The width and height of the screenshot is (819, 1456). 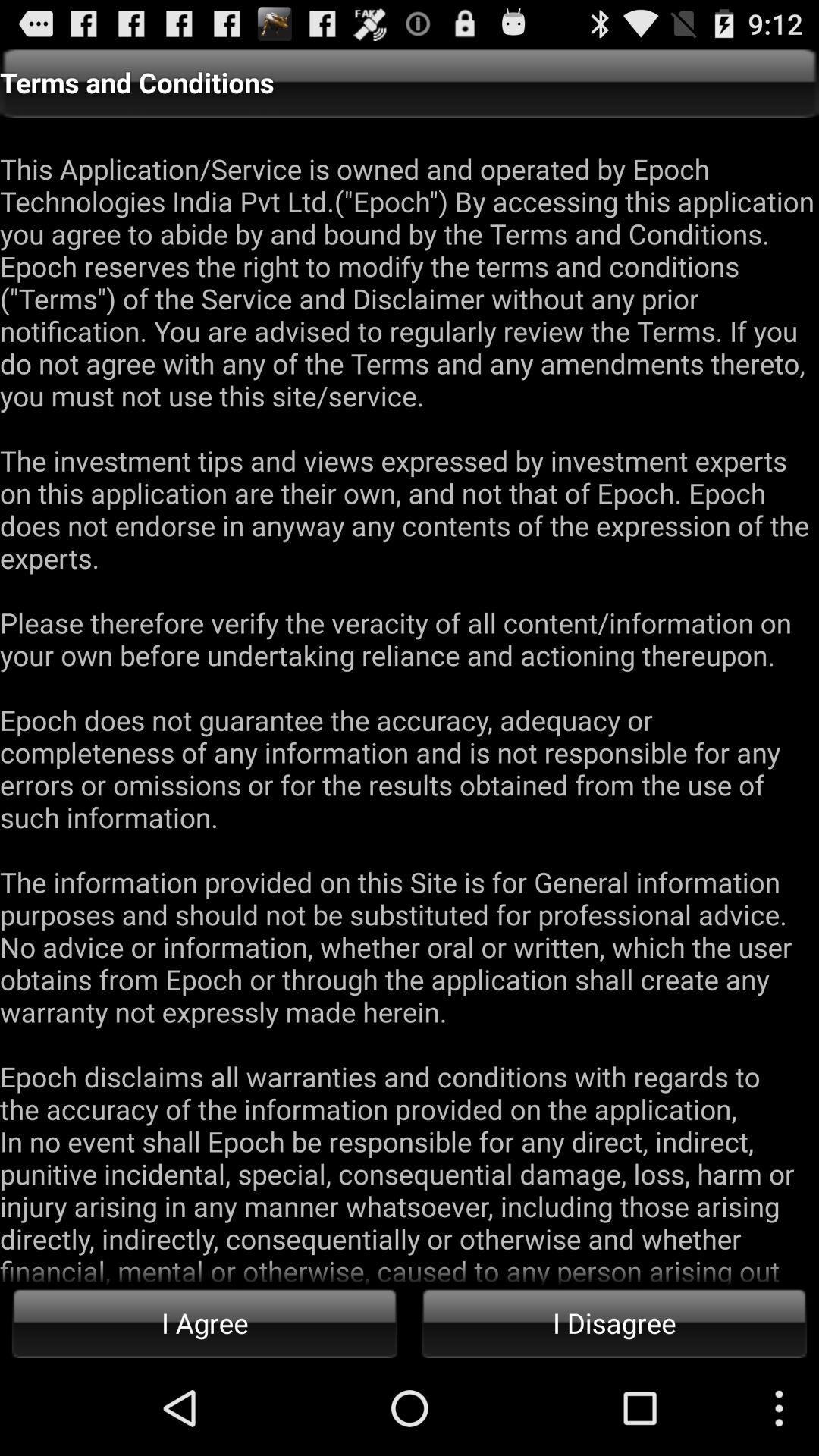 I want to click on the  i disagree  at the bottom right corner, so click(x=614, y=1322).